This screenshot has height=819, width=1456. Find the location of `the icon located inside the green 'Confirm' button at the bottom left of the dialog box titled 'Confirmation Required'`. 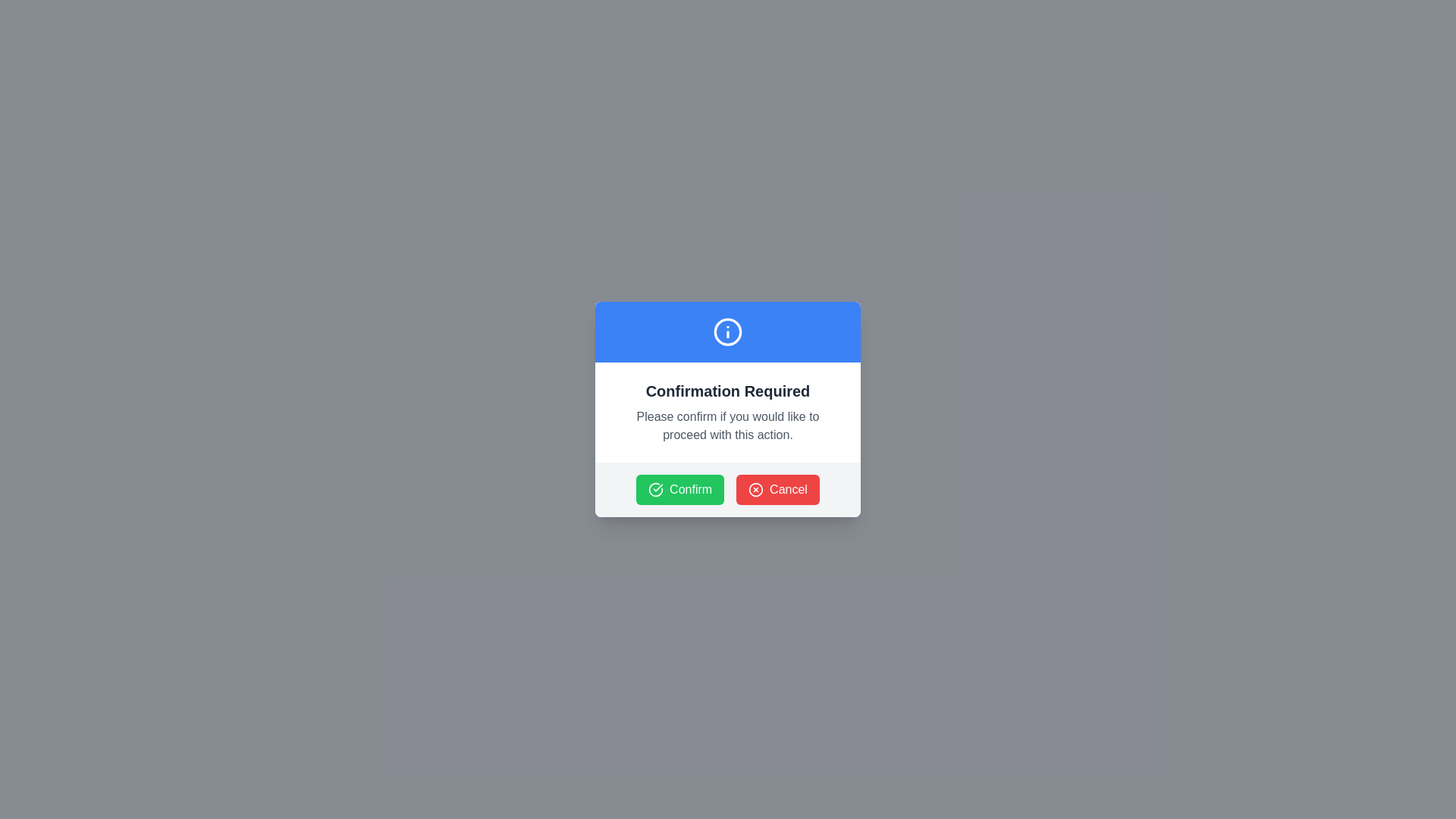

the icon located inside the green 'Confirm' button at the bottom left of the dialog box titled 'Confirmation Required' is located at coordinates (656, 489).